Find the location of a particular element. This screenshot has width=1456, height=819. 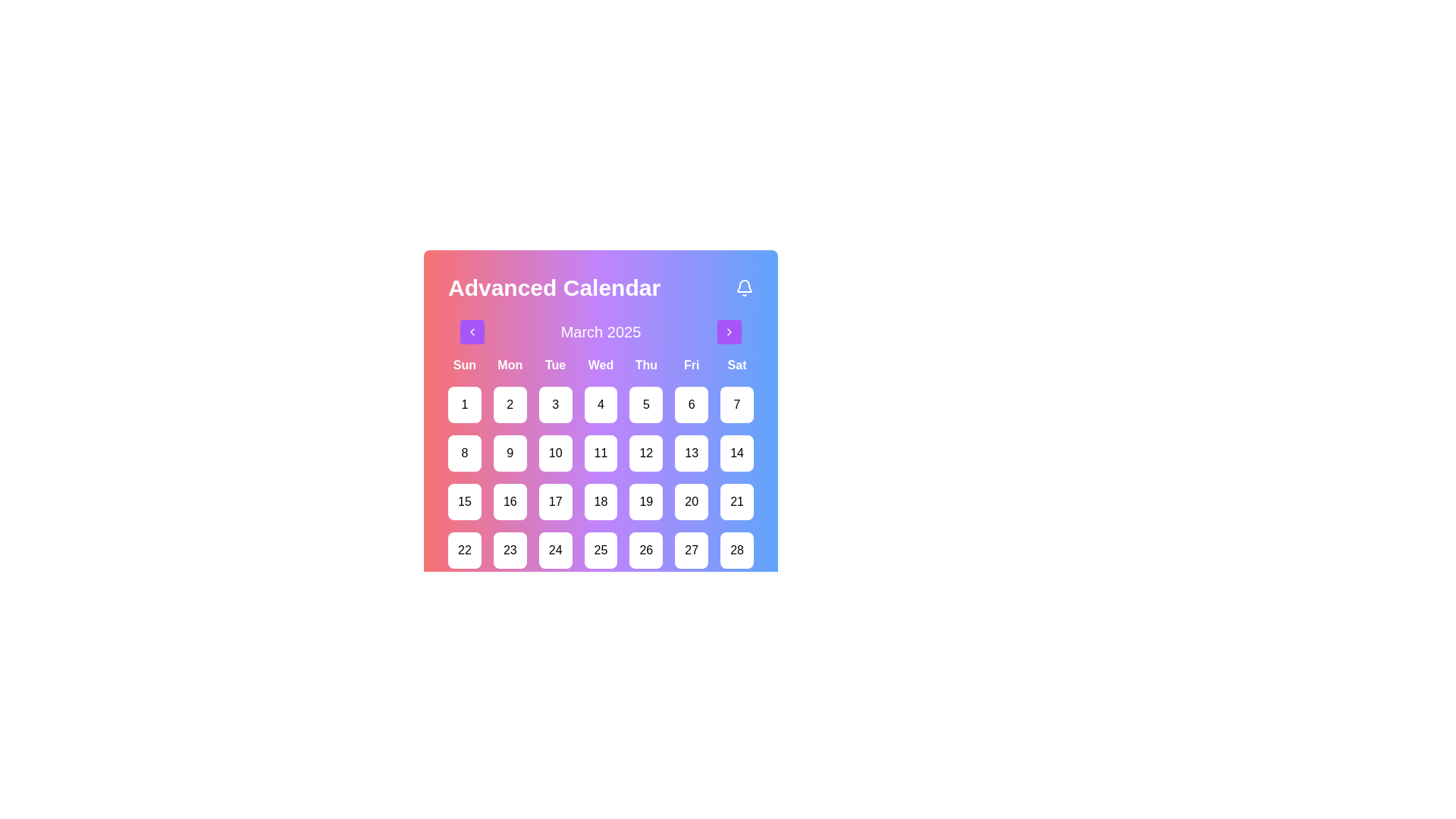

the calendar date button representing the number '11' located in the fourth row and fourth column under the header 'Wed' is located at coordinates (600, 452).